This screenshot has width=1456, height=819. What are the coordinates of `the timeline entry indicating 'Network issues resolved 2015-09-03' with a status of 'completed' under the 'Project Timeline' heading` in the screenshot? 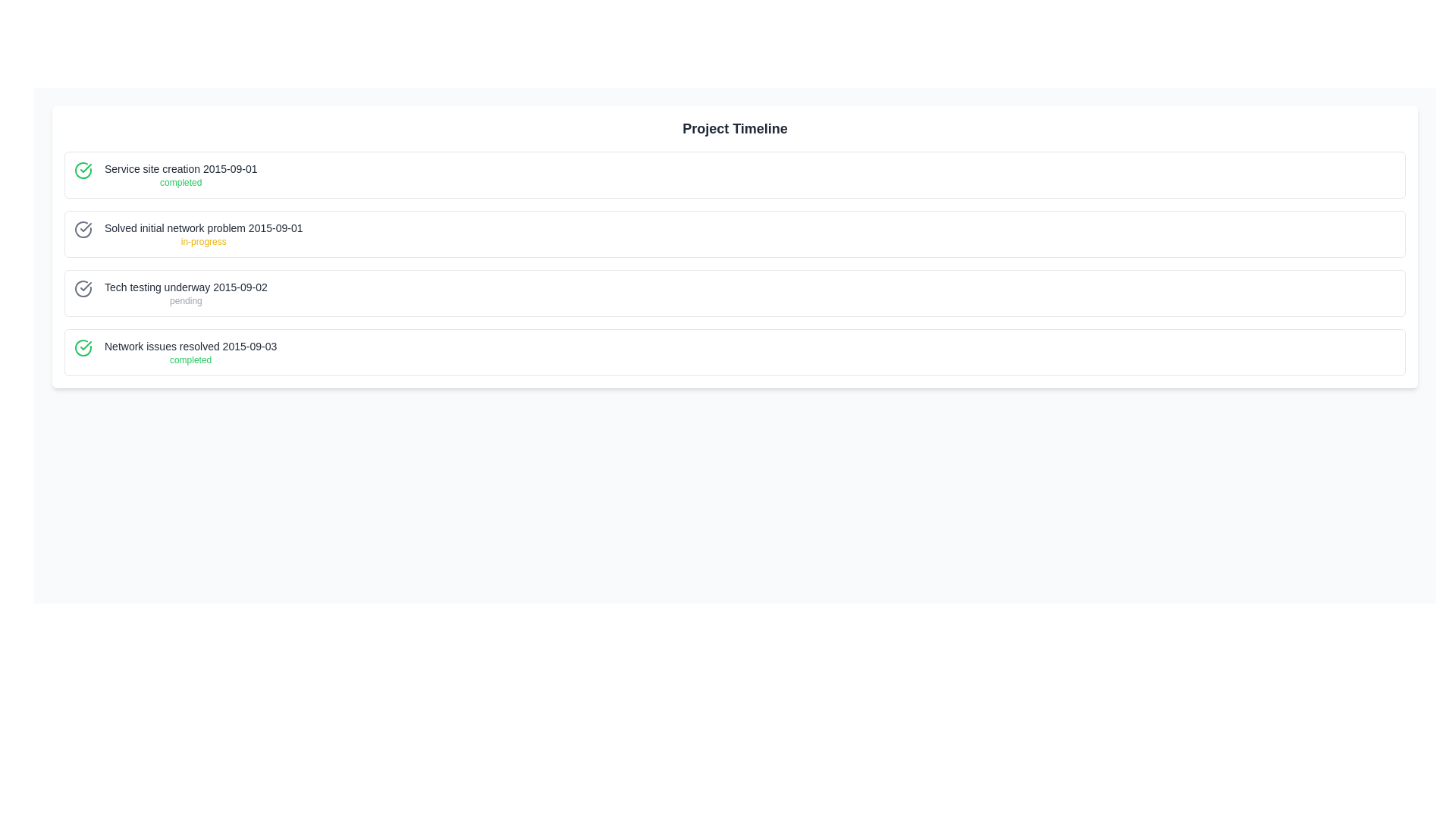 It's located at (190, 353).